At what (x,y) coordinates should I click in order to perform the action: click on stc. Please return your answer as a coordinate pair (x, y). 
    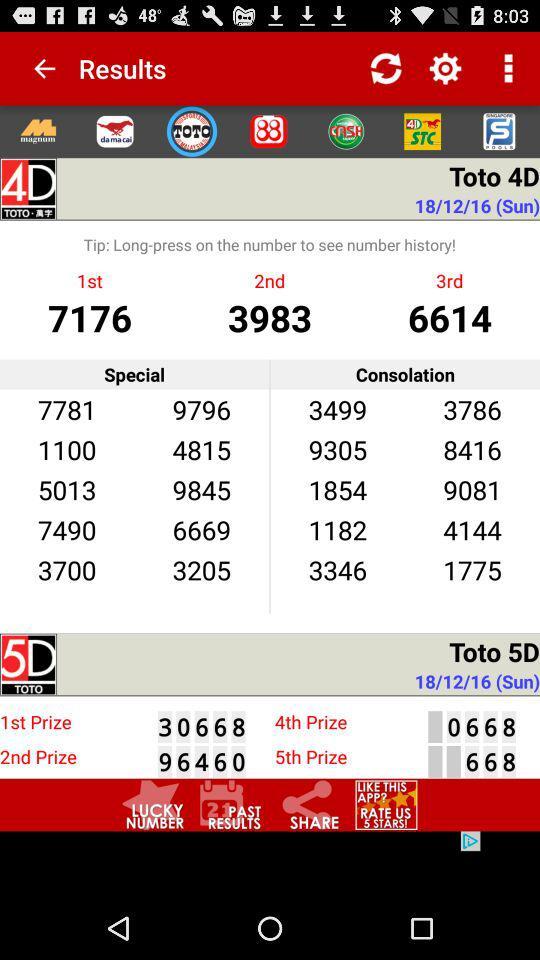
    Looking at the image, I should click on (421, 130).